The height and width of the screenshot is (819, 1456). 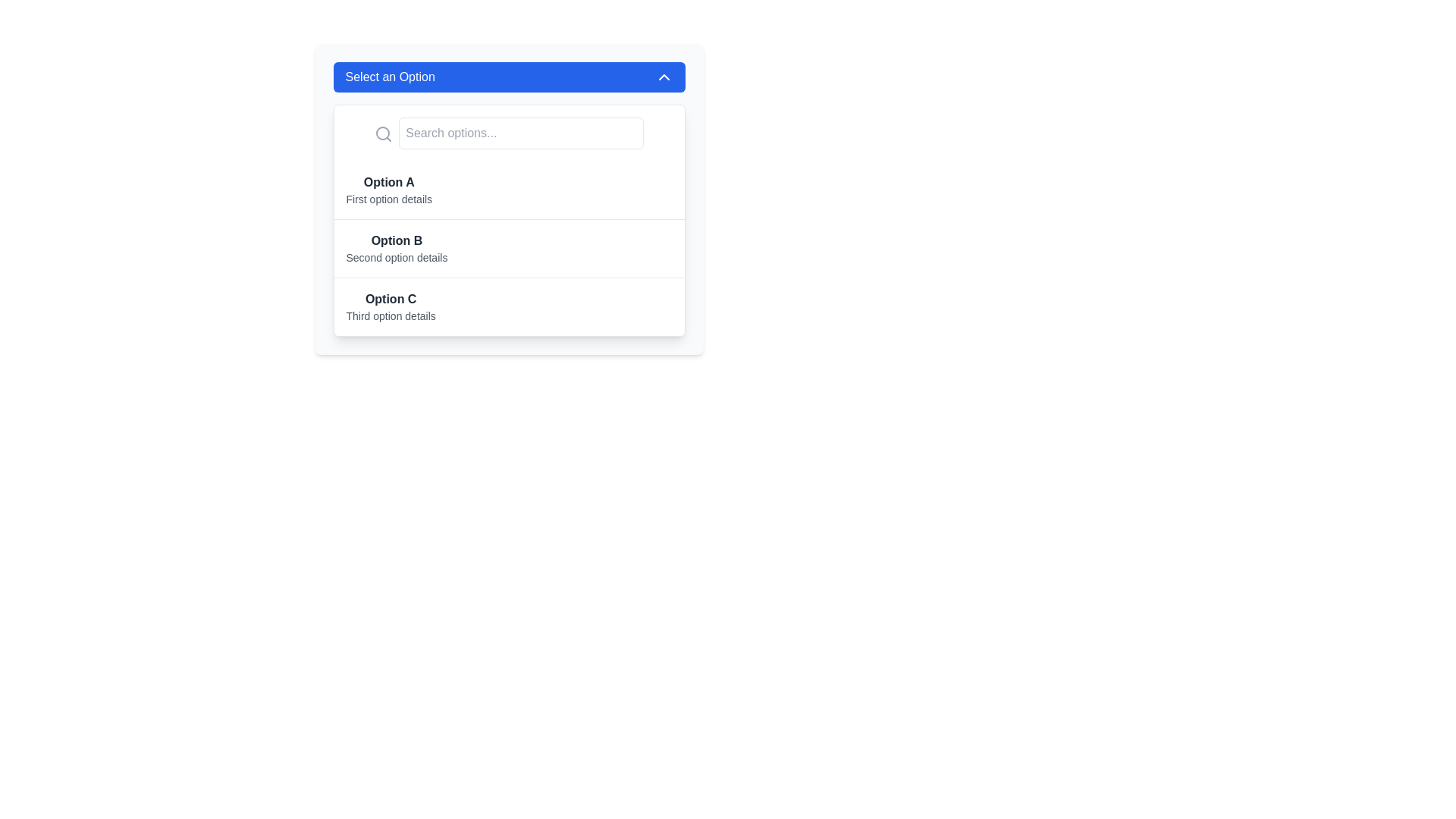 What do you see at coordinates (509, 198) in the screenshot?
I see `an option in the dropdown menu titled 'Select an Option', which contains a search bar and a list of options` at bounding box center [509, 198].